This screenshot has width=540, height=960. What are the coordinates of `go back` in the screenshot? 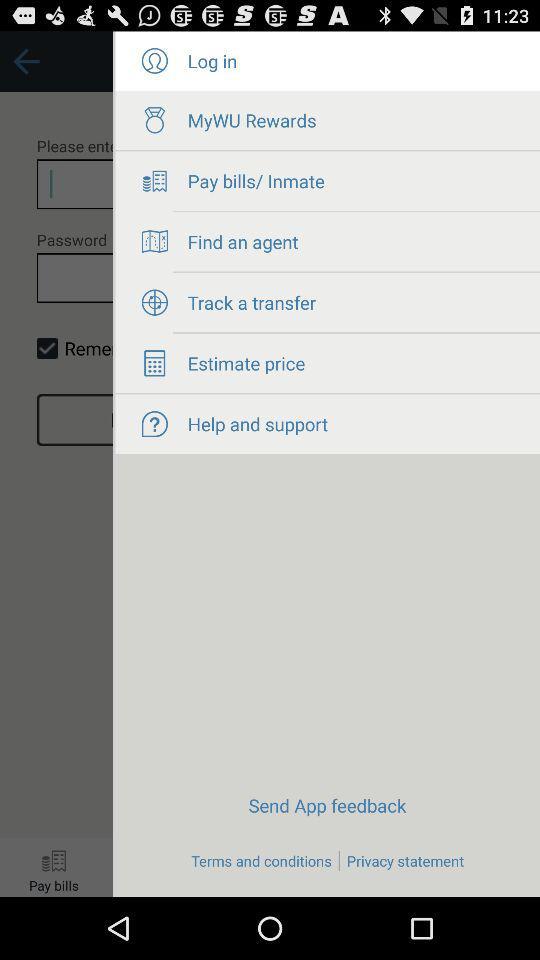 It's located at (56, 464).